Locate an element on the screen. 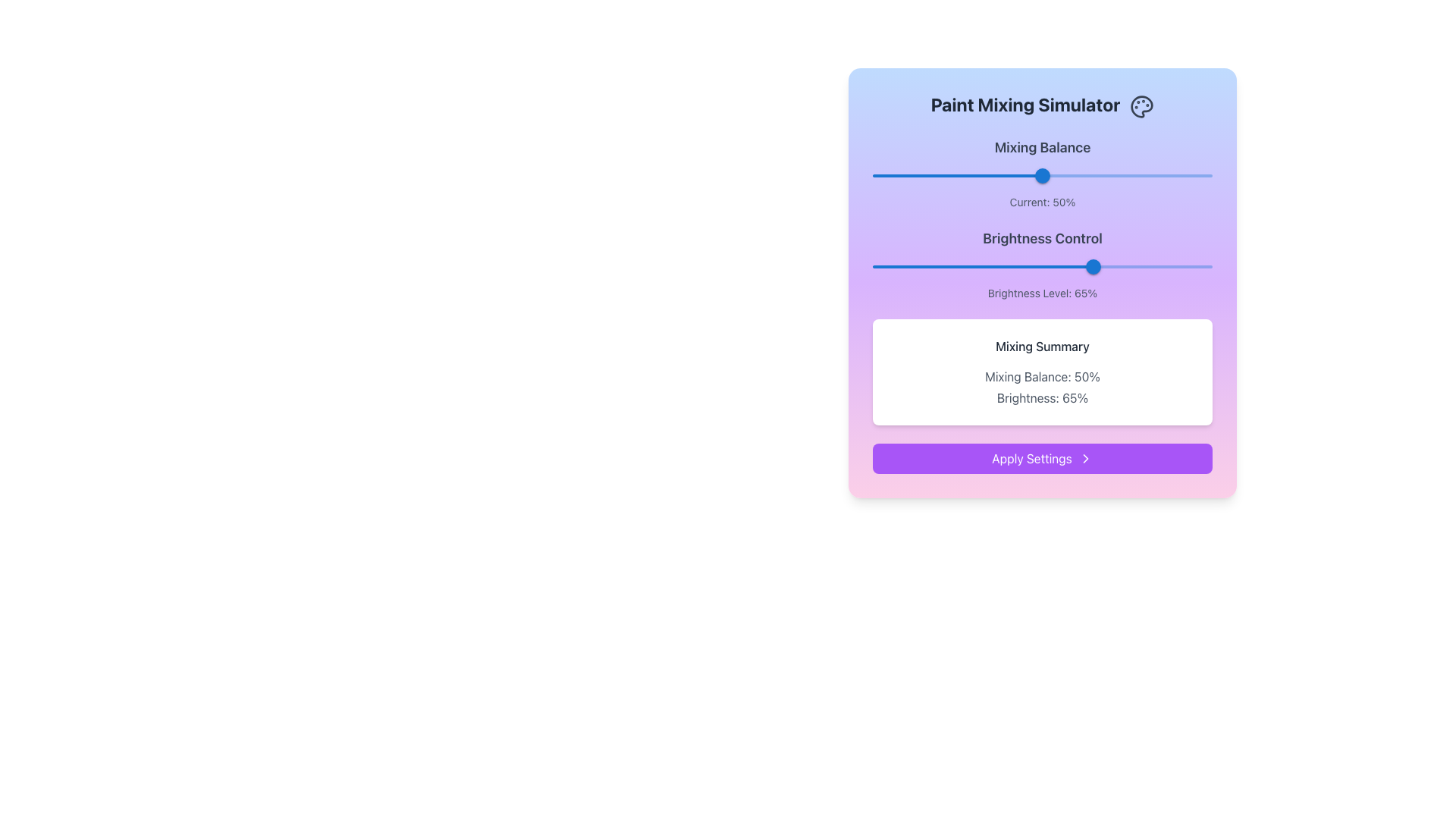 Image resolution: width=1456 pixels, height=819 pixels. the Progress Indicator of the 'Mixing Balance' slider, which visually represents the current value of the slider and extends to 50% of the slider's length is located at coordinates (956, 174).